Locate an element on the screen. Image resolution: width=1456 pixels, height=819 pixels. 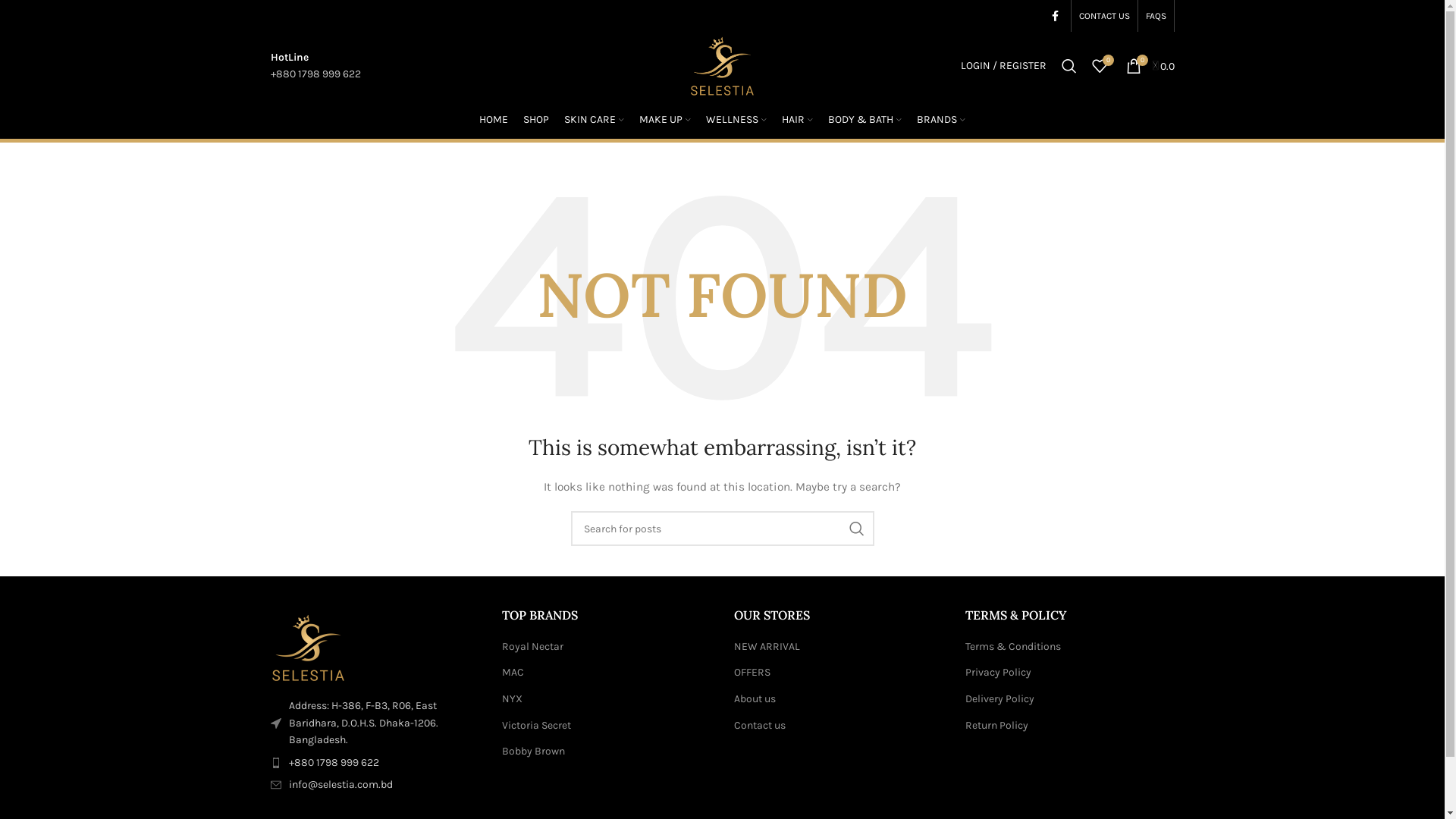
'Terms & Conditions' is located at coordinates (964, 646).